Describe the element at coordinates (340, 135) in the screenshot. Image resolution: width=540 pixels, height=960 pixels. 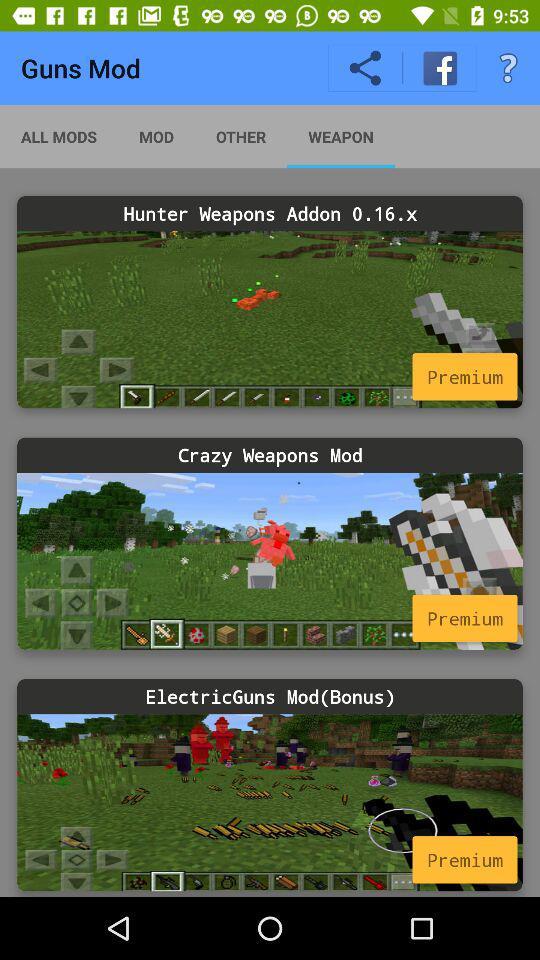
I see `weapon app` at that location.